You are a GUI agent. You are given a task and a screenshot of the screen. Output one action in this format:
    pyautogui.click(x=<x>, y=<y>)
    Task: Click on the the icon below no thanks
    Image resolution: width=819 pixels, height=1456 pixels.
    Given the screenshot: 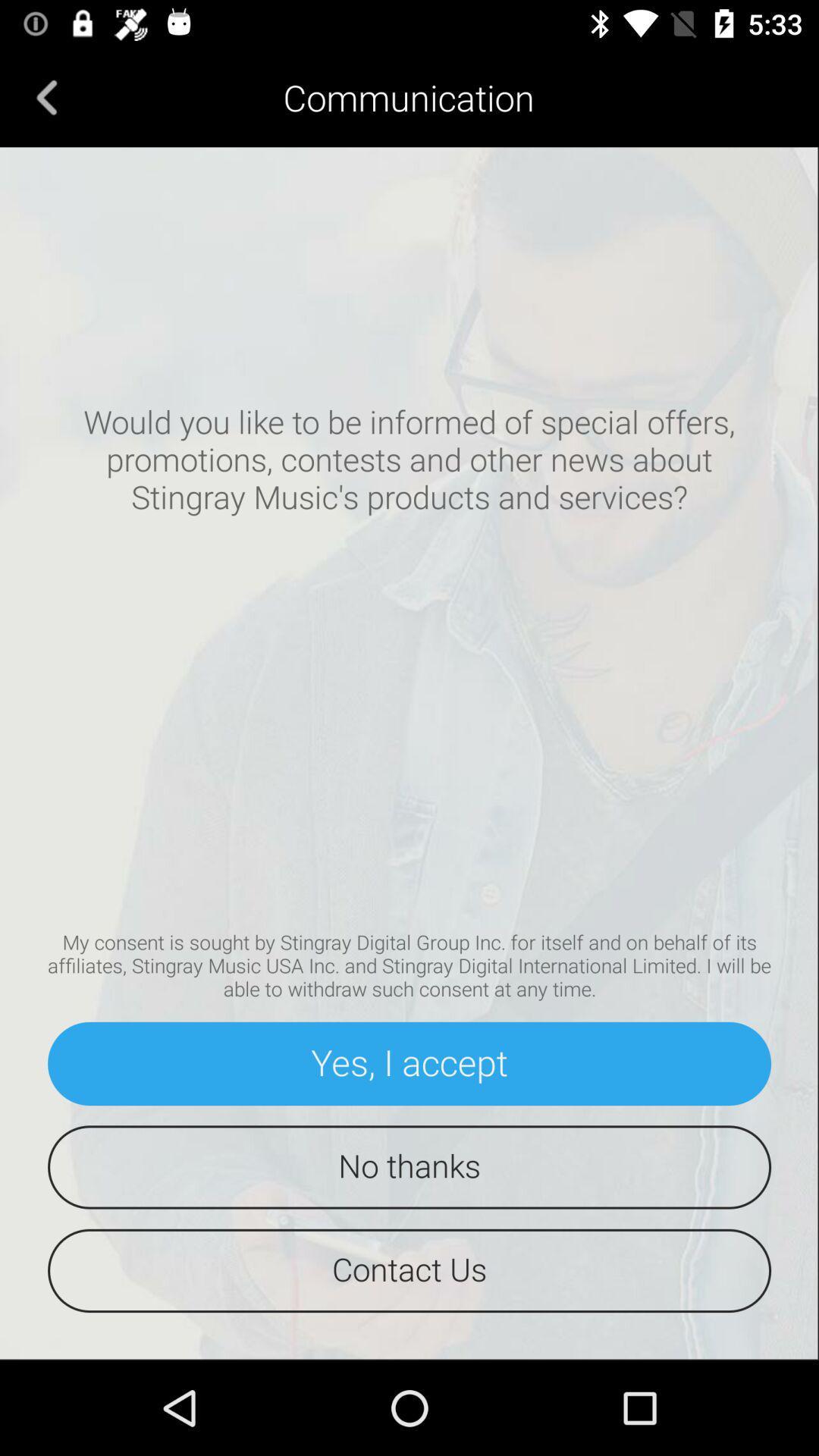 What is the action you would take?
    pyautogui.click(x=409, y=1270)
    